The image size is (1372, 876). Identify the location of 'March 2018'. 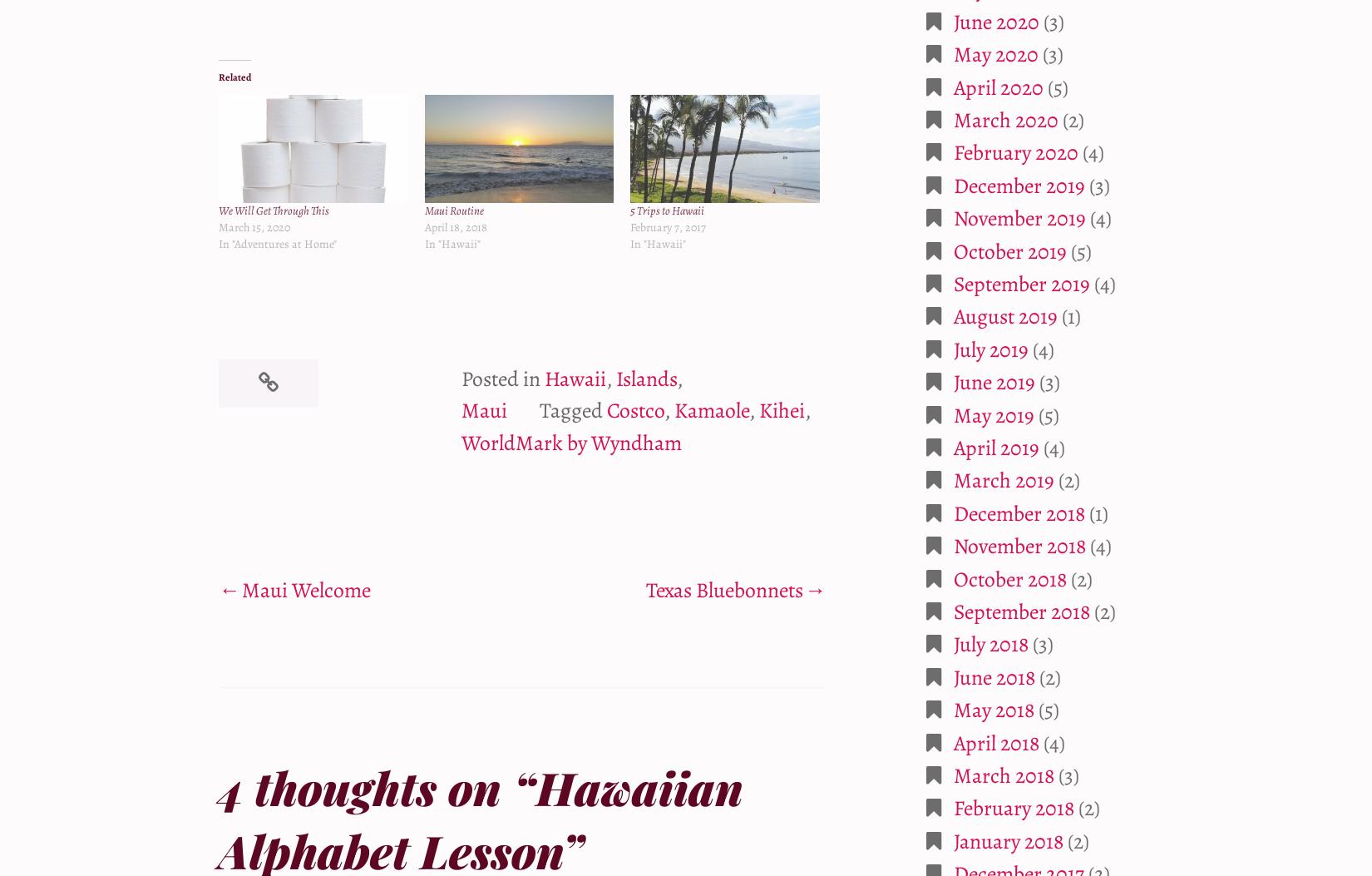
(1004, 774).